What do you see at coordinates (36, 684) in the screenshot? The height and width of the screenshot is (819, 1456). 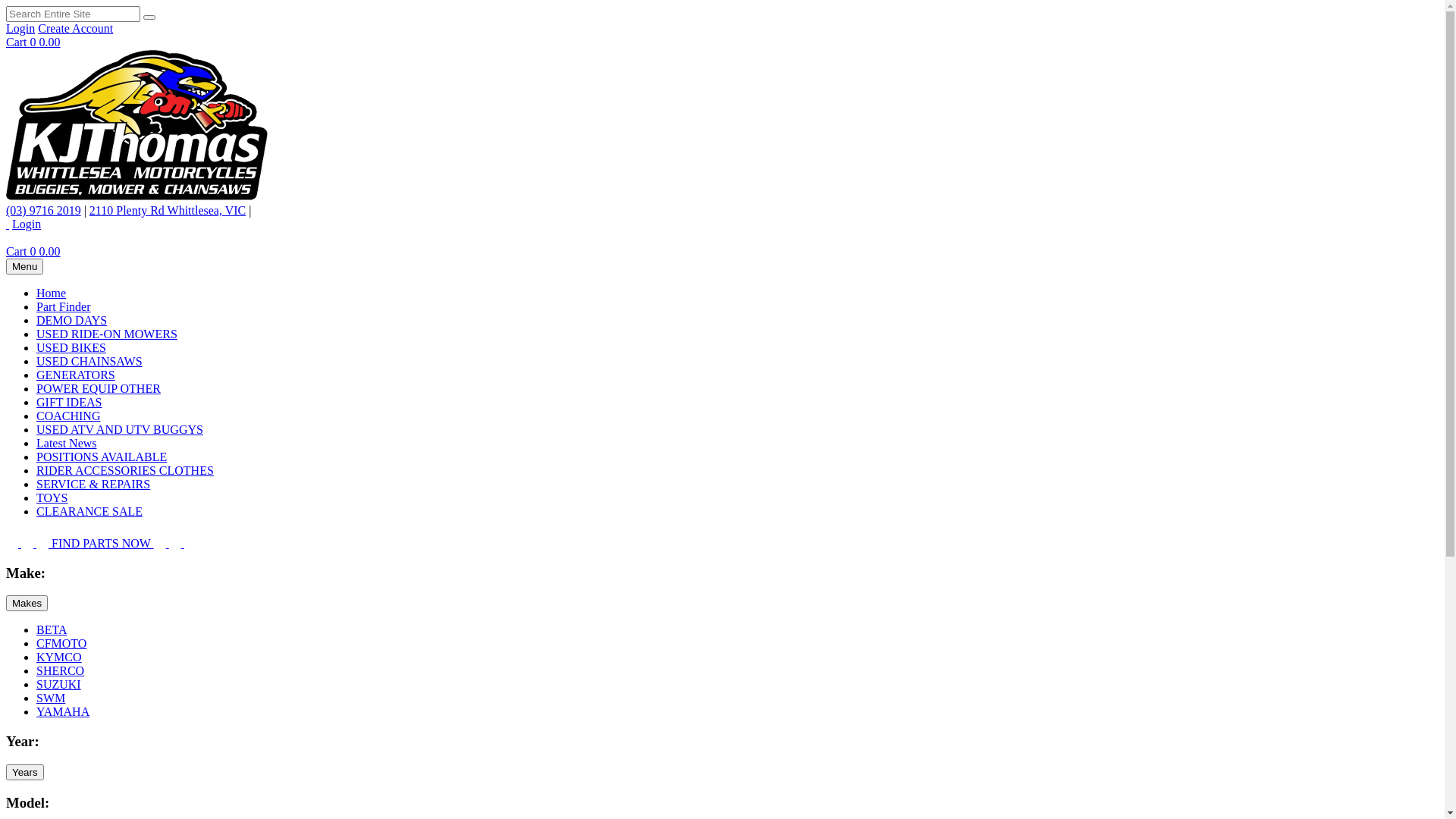 I see `'SUZUKI'` at bounding box center [36, 684].